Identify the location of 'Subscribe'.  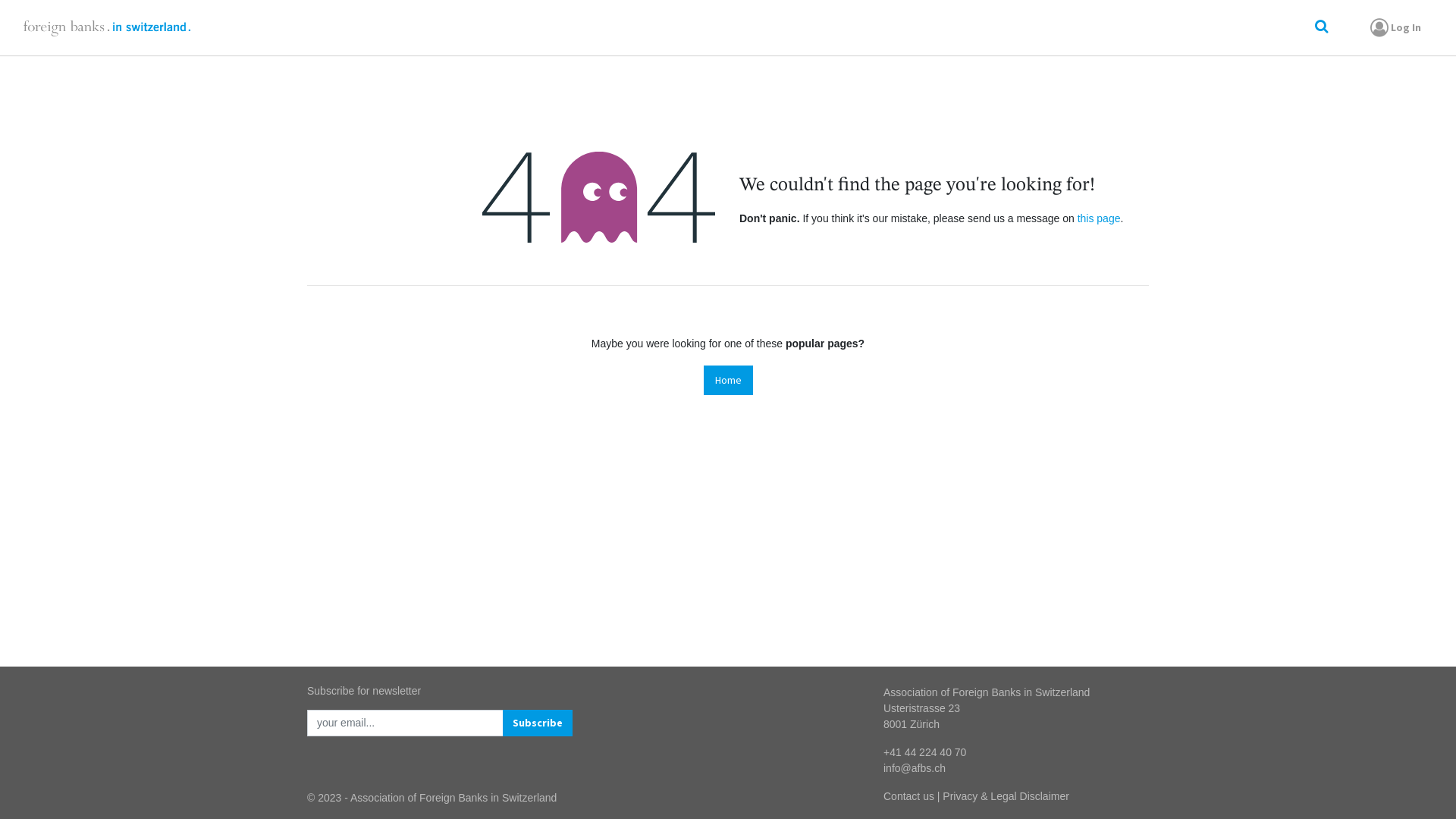
(538, 722).